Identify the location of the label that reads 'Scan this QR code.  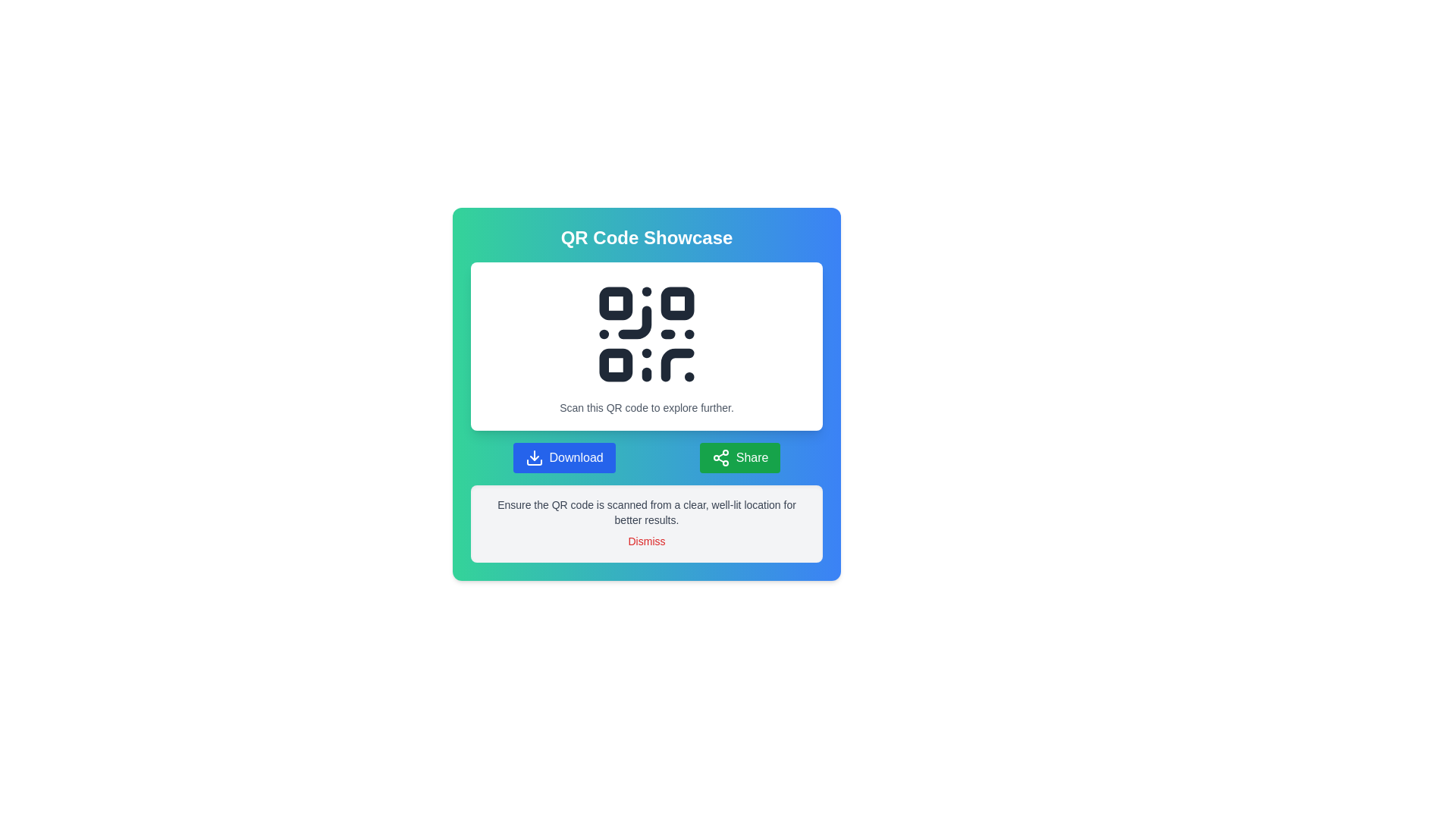
(647, 406).